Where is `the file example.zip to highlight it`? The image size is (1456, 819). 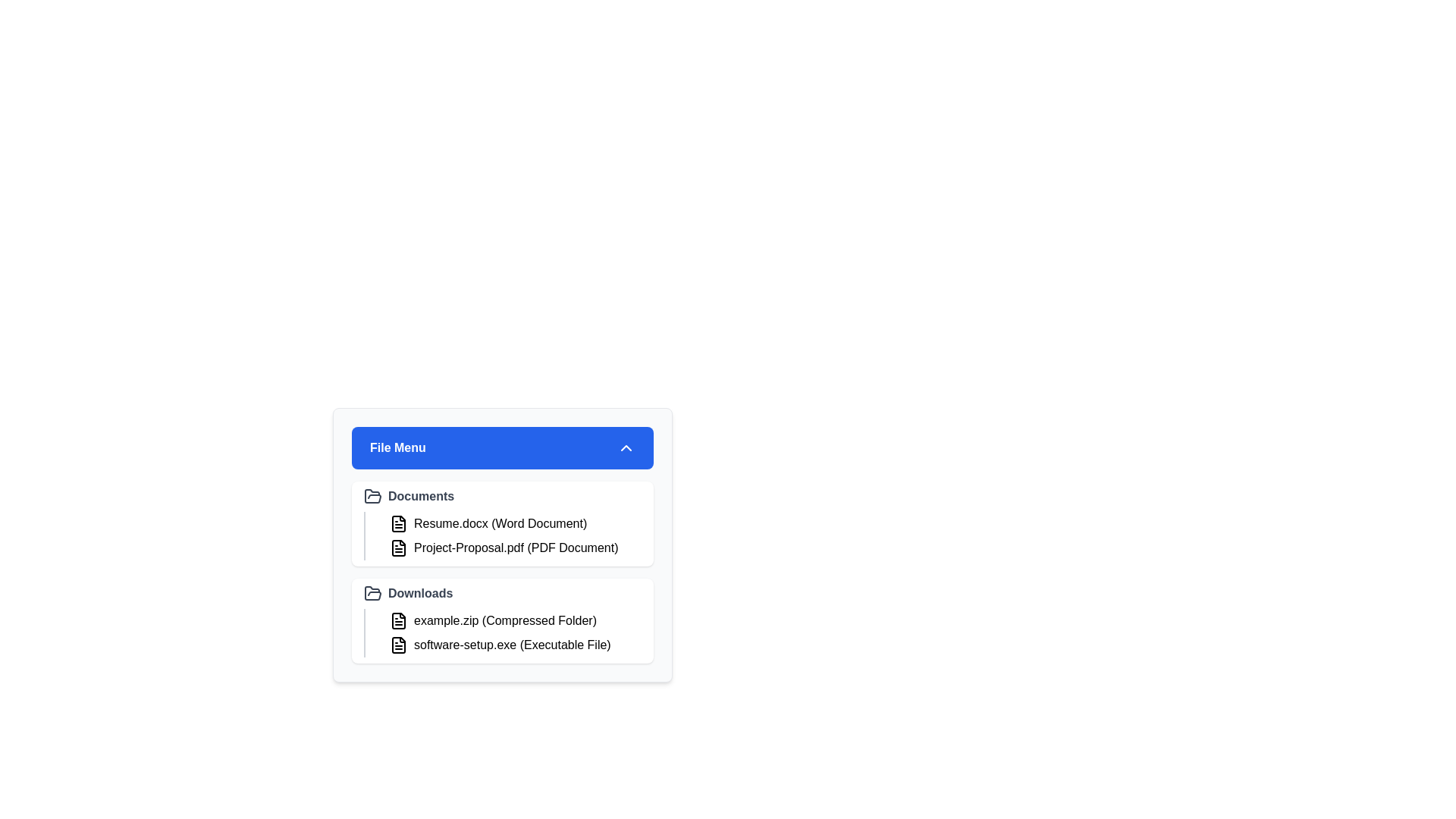
the file example.zip to highlight it is located at coordinates (513, 620).